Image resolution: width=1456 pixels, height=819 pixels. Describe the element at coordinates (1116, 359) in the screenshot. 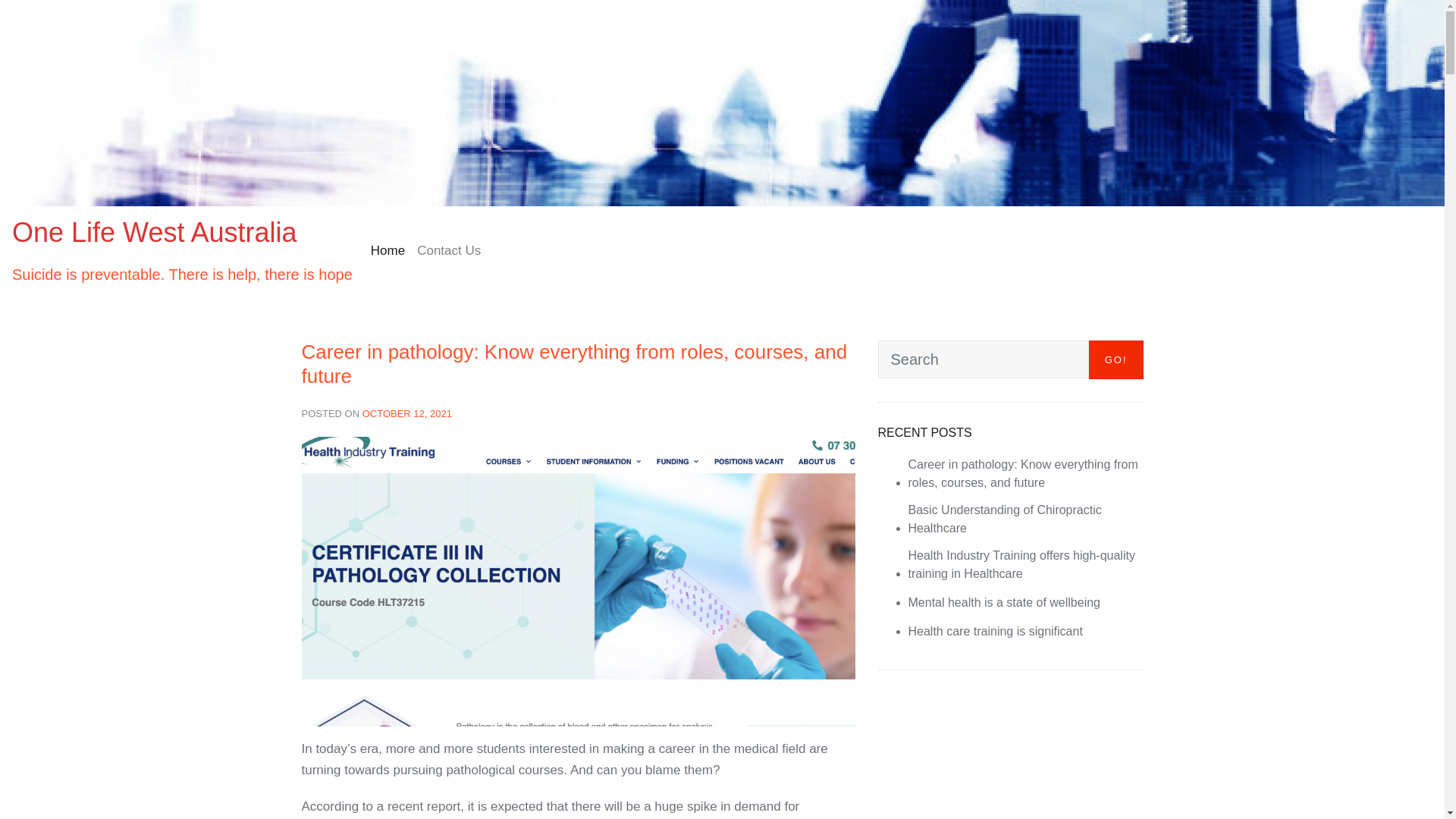

I see `'GO!'` at that location.